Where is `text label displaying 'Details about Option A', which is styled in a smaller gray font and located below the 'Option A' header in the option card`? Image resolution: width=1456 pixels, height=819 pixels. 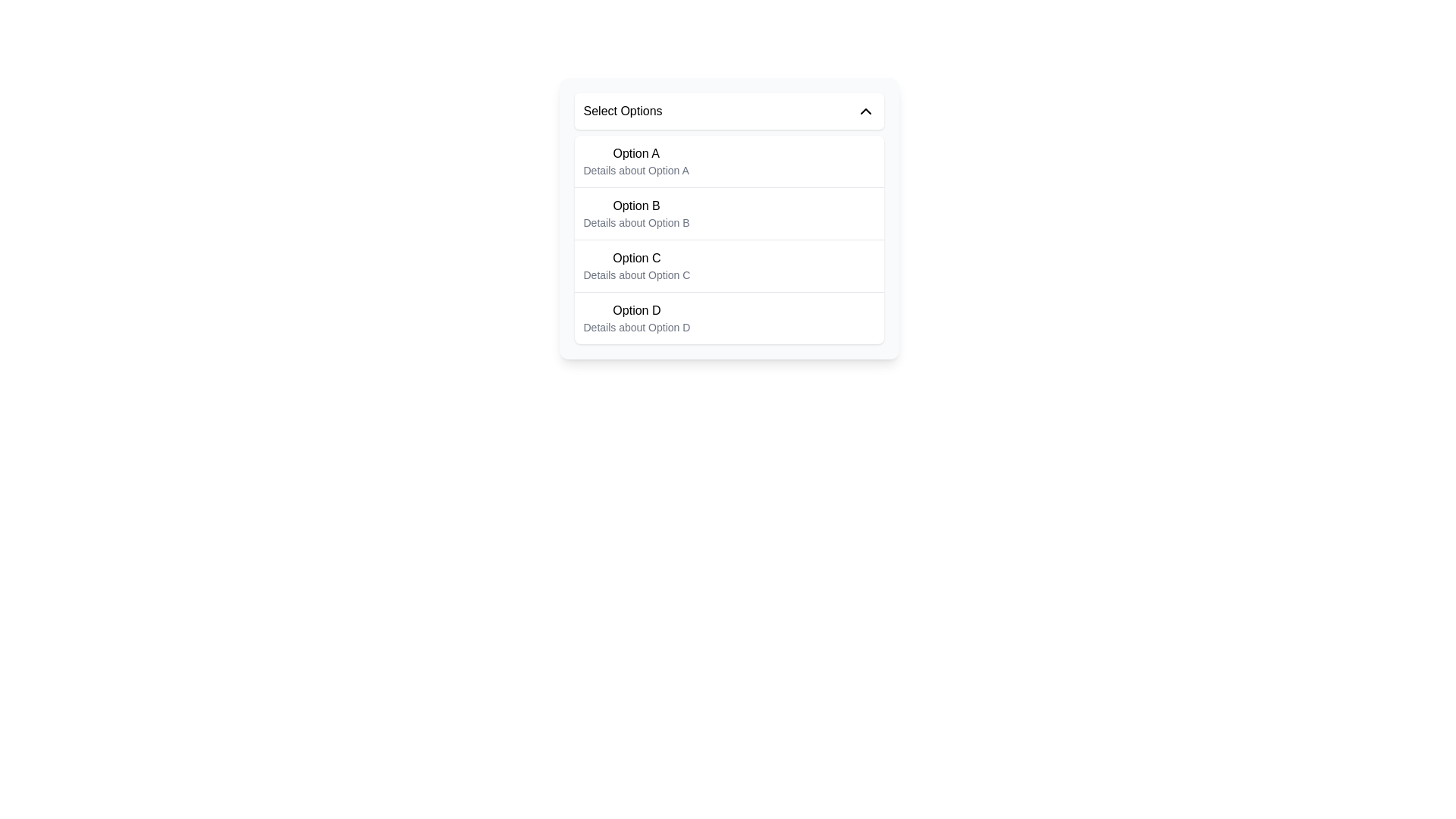
text label displaying 'Details about Option A', which is styled in a smaller gray font and located below the 'Option A' header in the option card is located at coordinates (636, 170).